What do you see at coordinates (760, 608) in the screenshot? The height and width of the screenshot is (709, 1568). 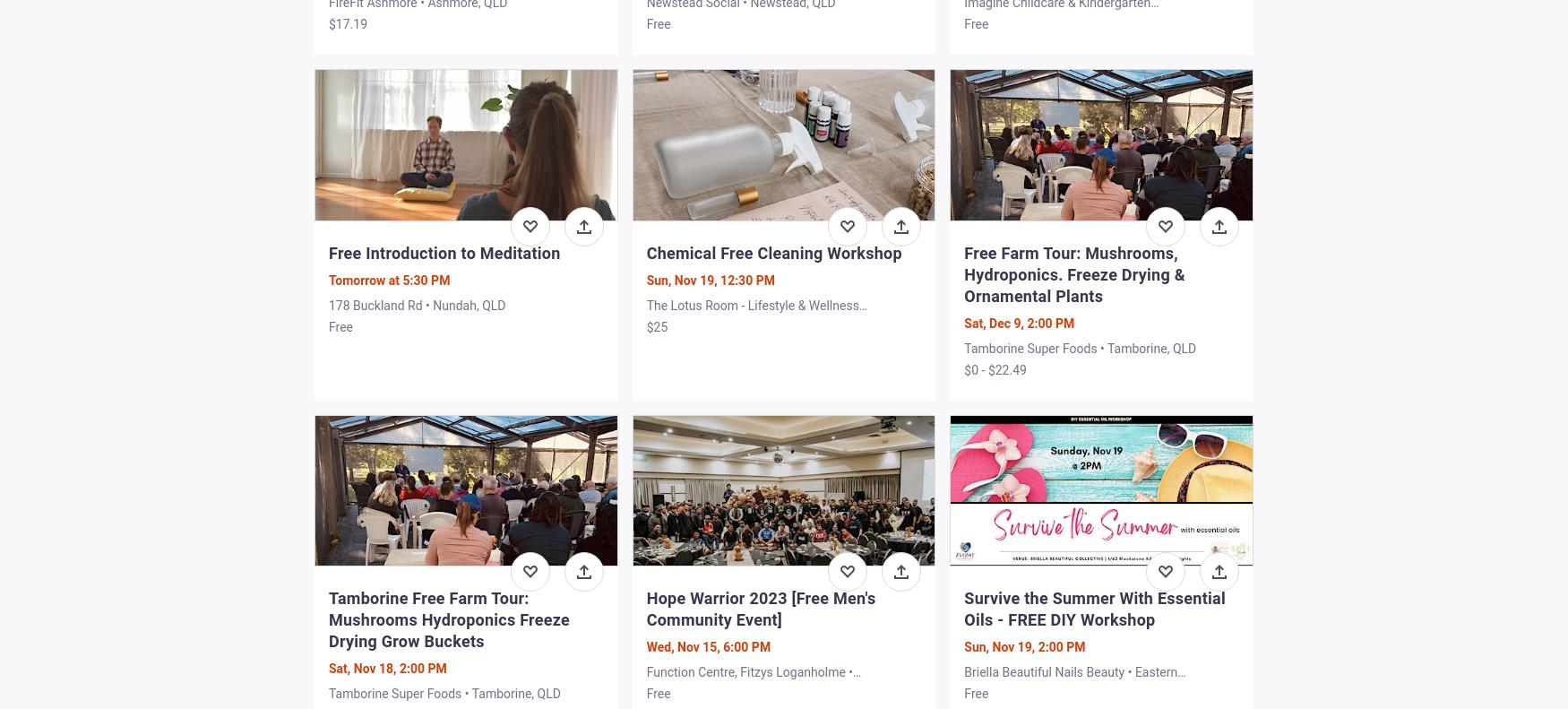 I see `'Hope Warrior 2023 [Free Men's Community Event]'` at bounding box center [760, 608].